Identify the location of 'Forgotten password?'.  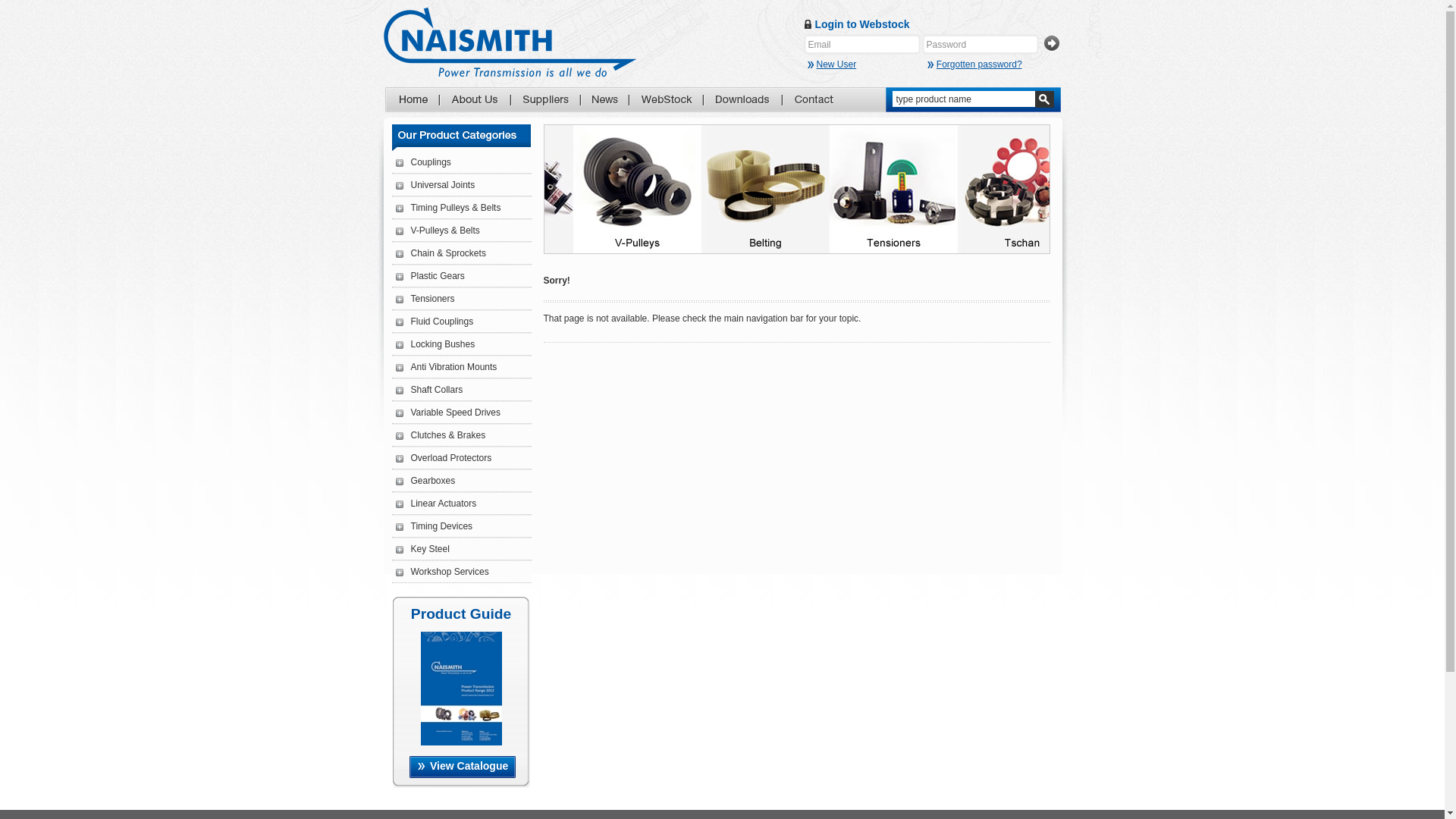
(974, 63).